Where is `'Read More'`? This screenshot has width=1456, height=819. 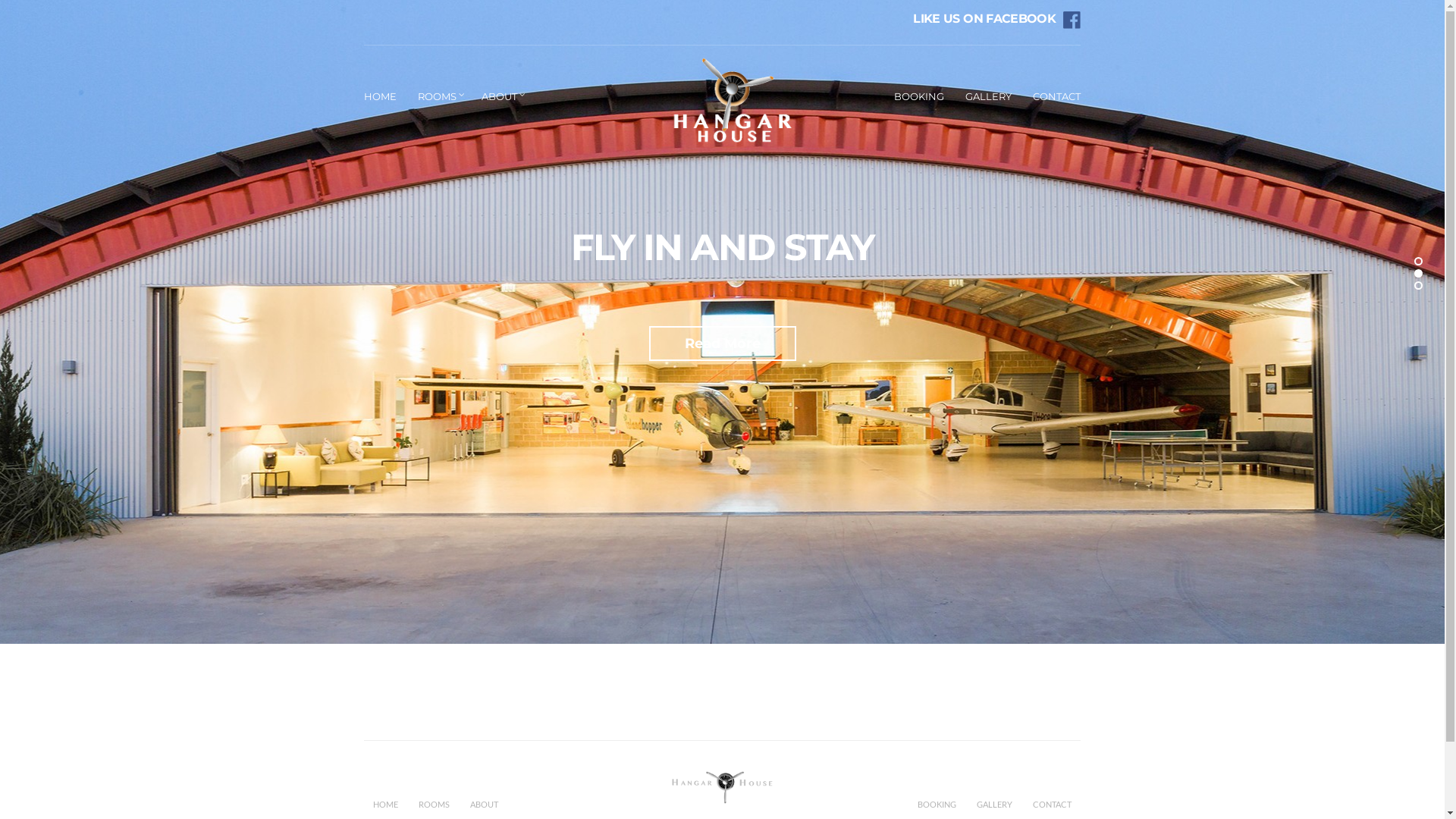 'Read More' is located at coordinates (722, 343).